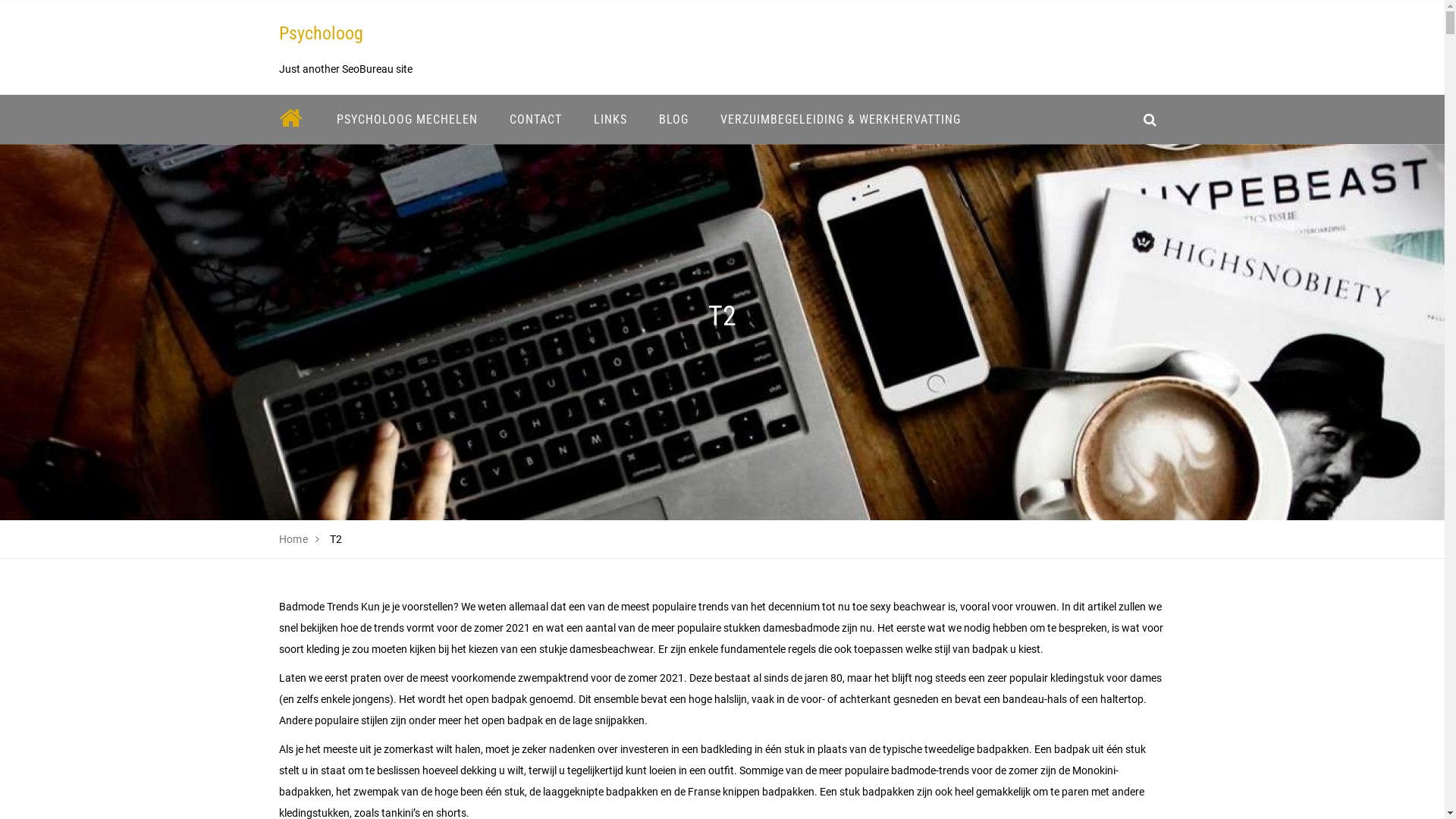 Image resolution: width=1456 pixels, height=819 pixels. What do you see at coordinates (498, 118) in the screenshot?
I see `'CONTACT'` at bounding box center [498, 118].